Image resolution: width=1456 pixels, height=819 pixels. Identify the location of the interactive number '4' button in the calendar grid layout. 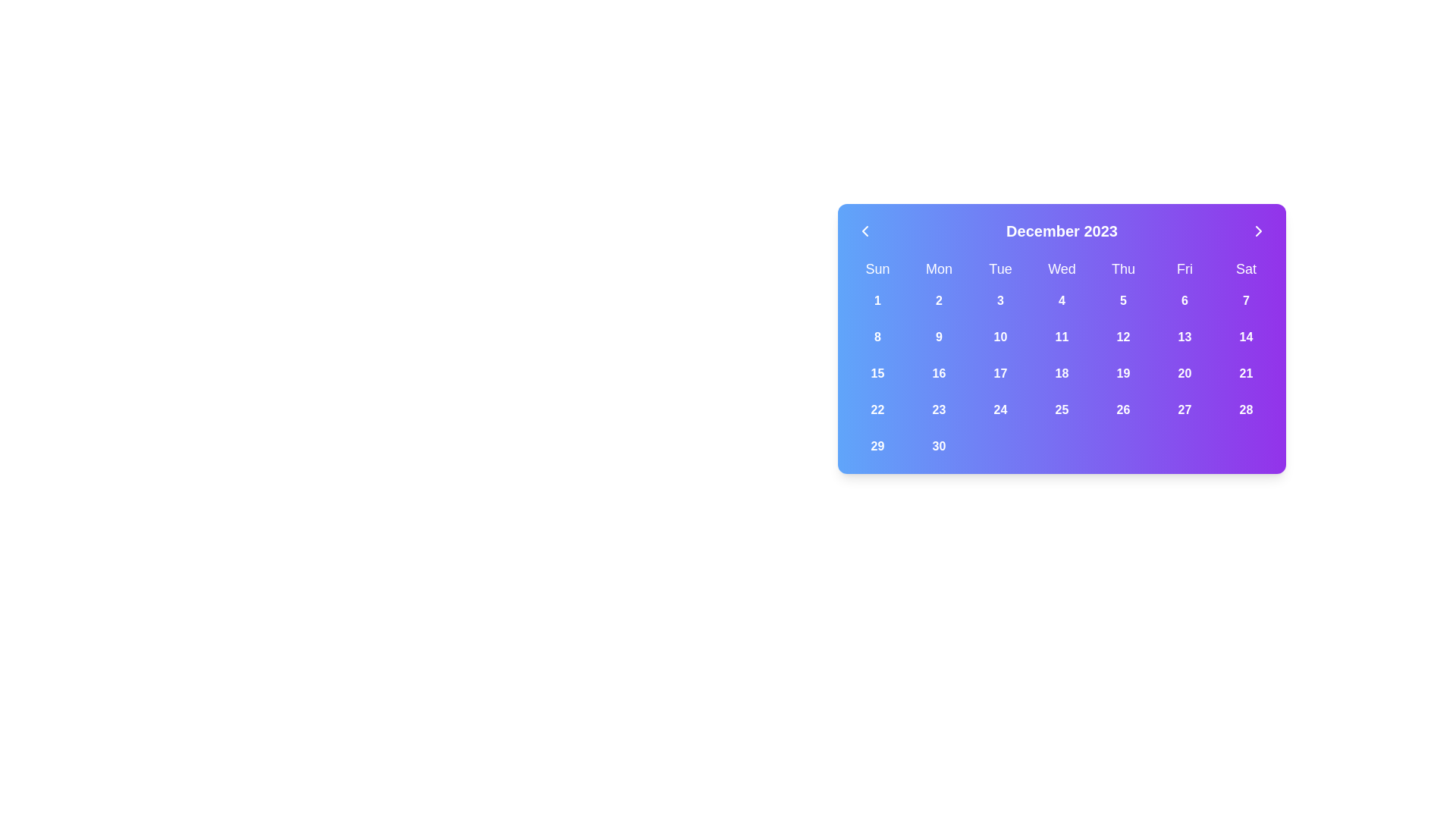
(1061, 301).